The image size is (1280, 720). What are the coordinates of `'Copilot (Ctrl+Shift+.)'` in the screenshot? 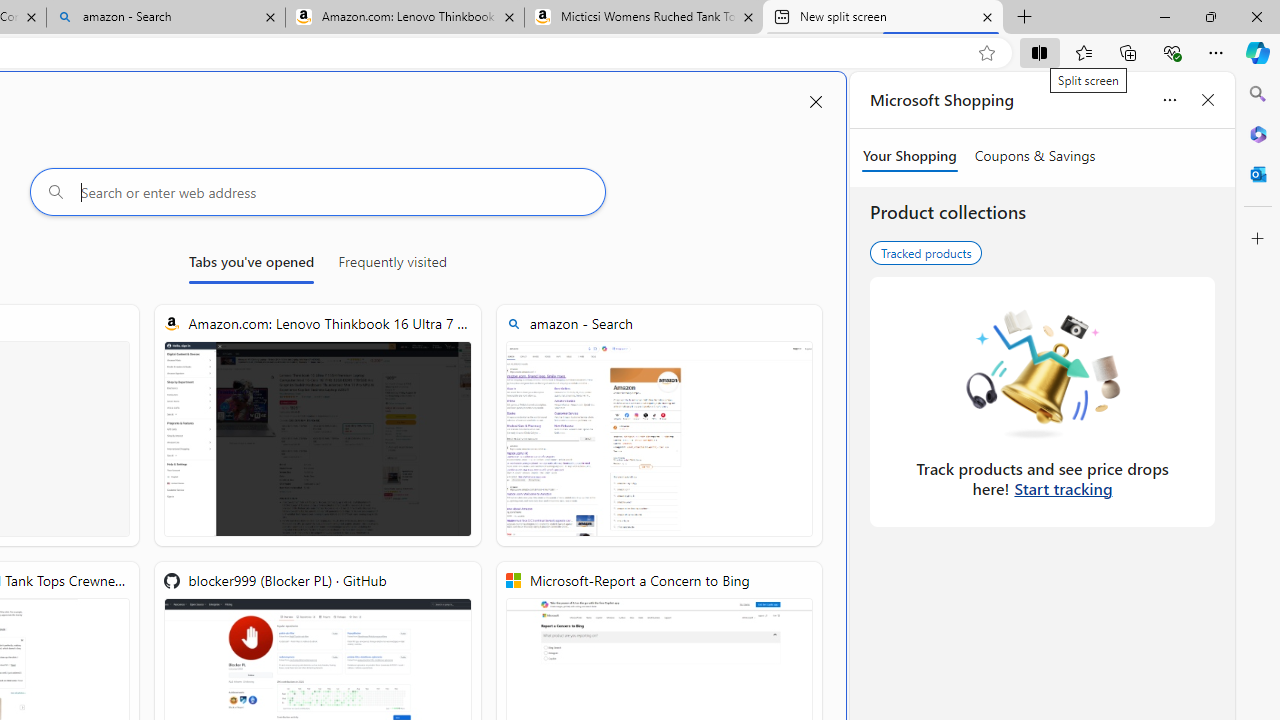 It's located at (1257, 51).